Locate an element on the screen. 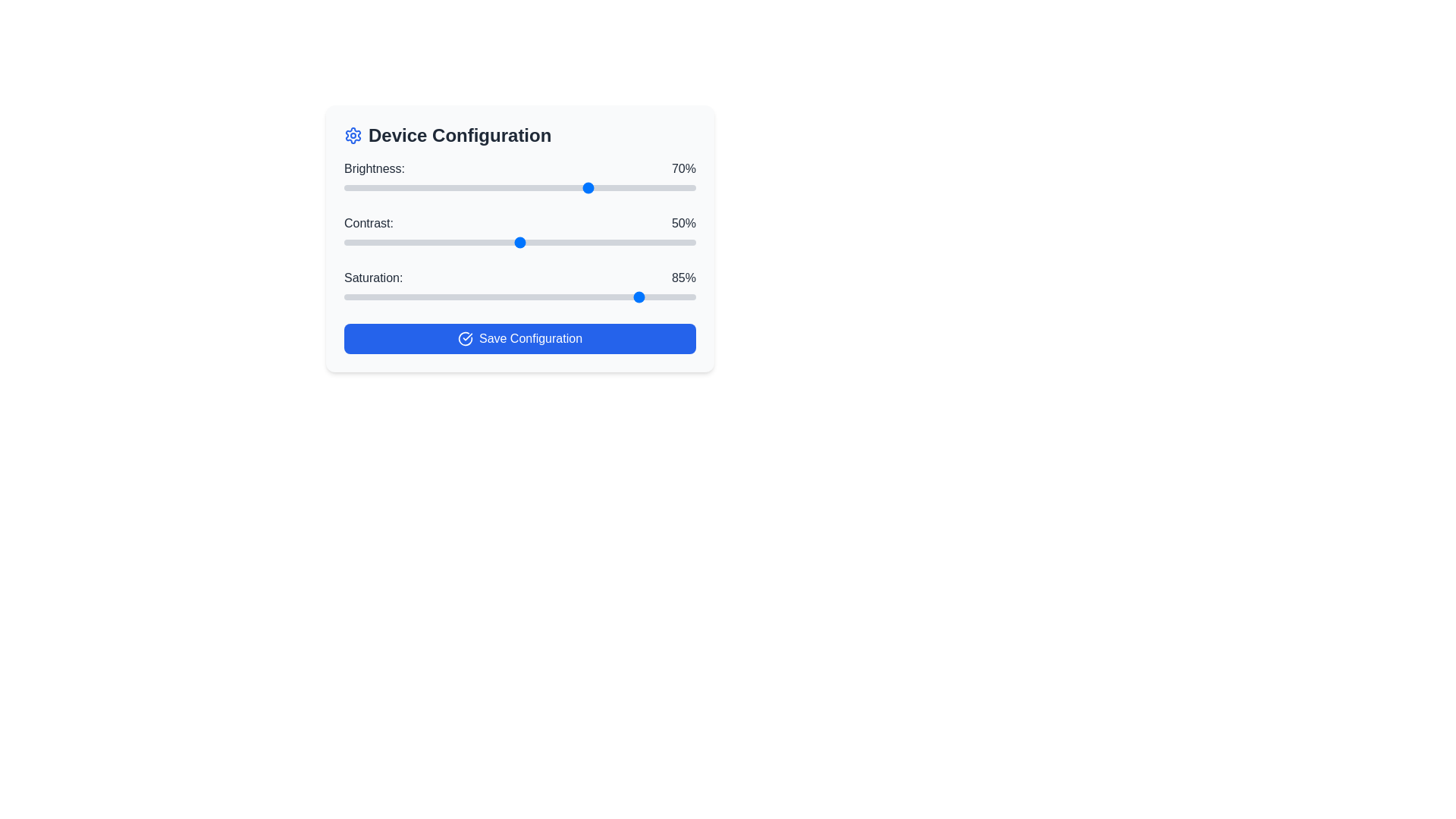 The image size is (1456, 819). the contrast is located at coordinates (365, 242).